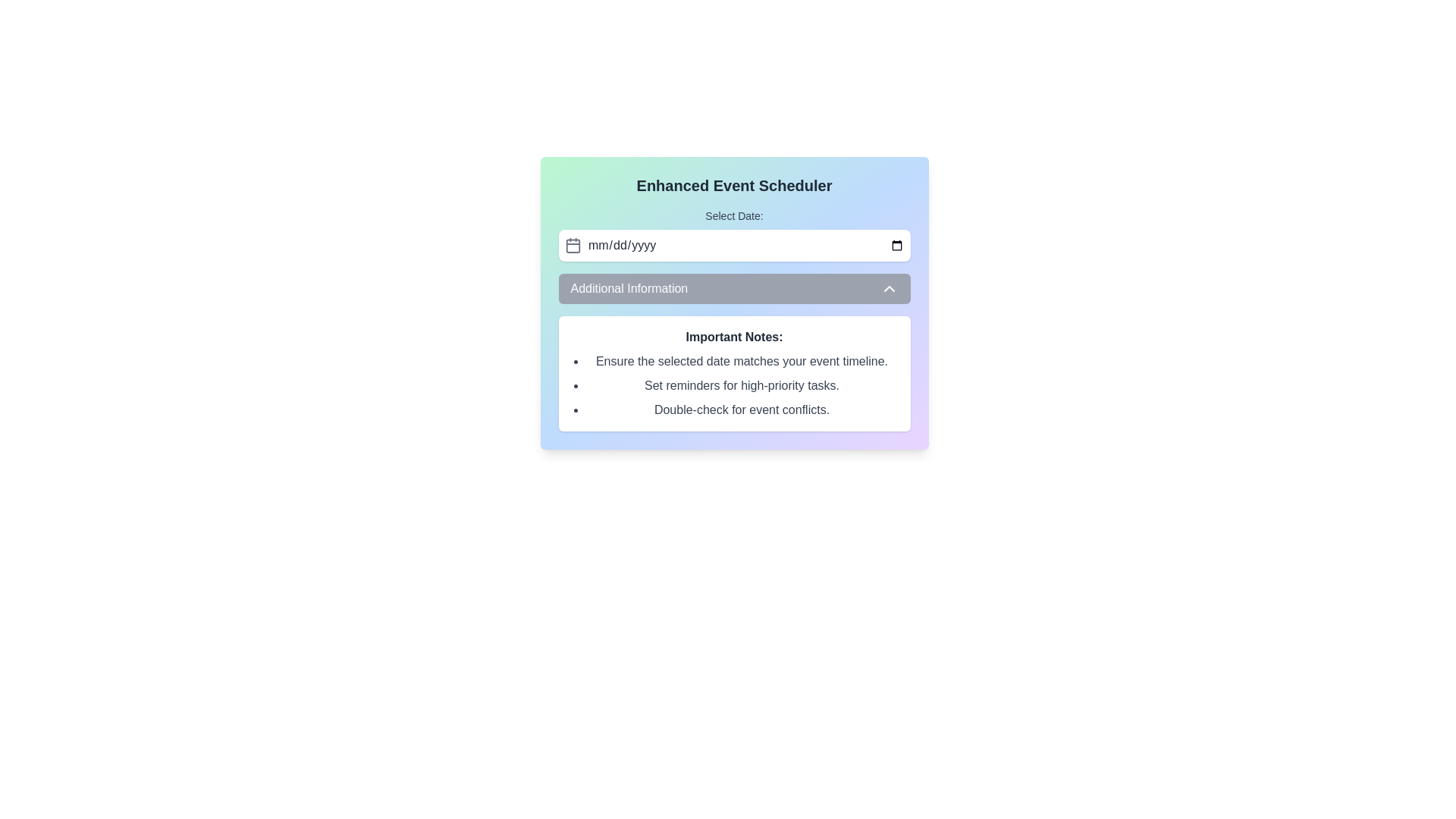  What do you see at coordinates (734, 385) in the screenshot?
I see `the bulleted text list containing three entries about event reminders and conflicts, located below the 'Important Notes:' heading` at bounding box center [734, 385].